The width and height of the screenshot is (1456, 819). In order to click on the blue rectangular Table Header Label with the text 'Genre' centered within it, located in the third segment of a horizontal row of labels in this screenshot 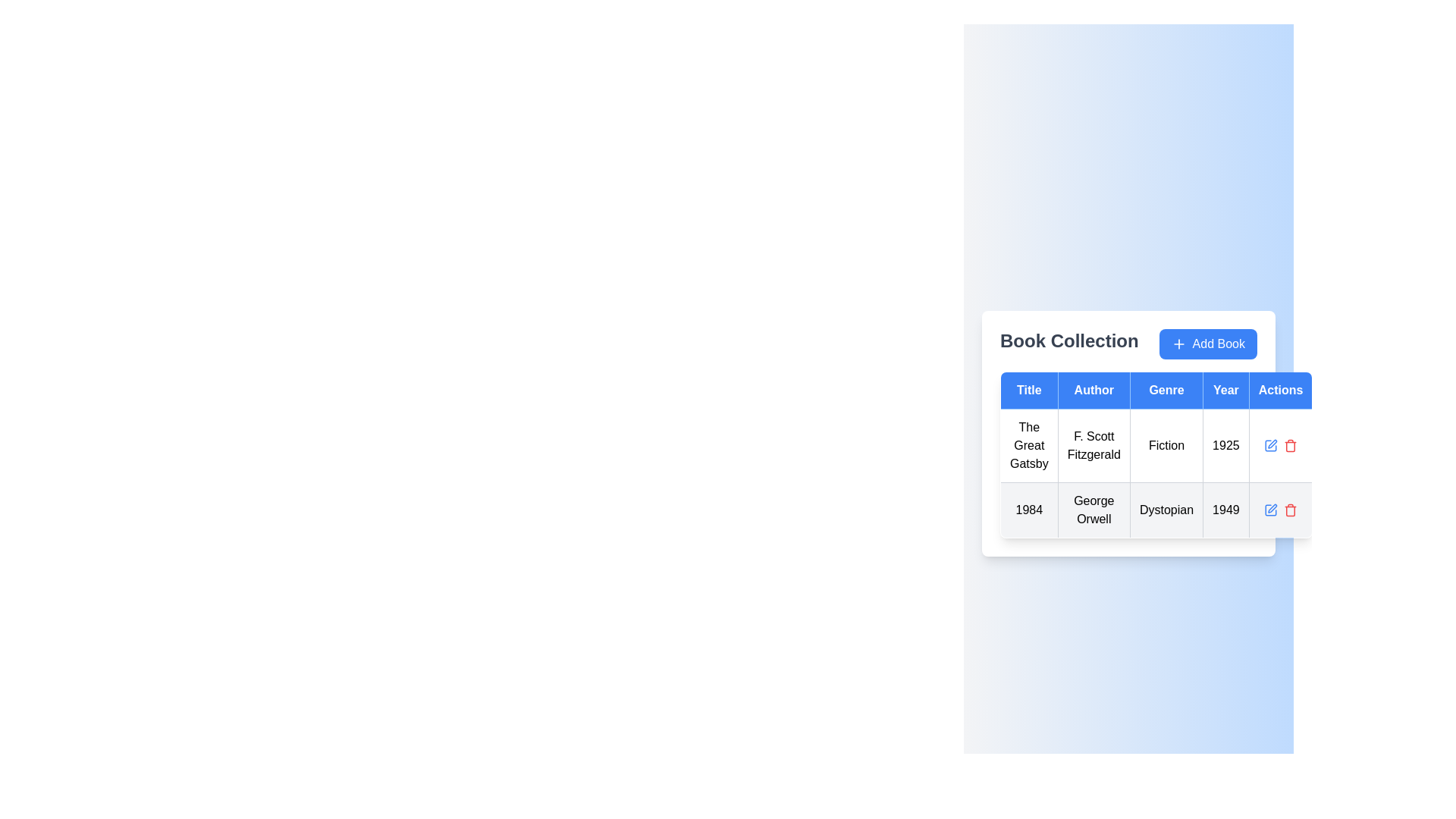, I will do `click(1166, 390)`.